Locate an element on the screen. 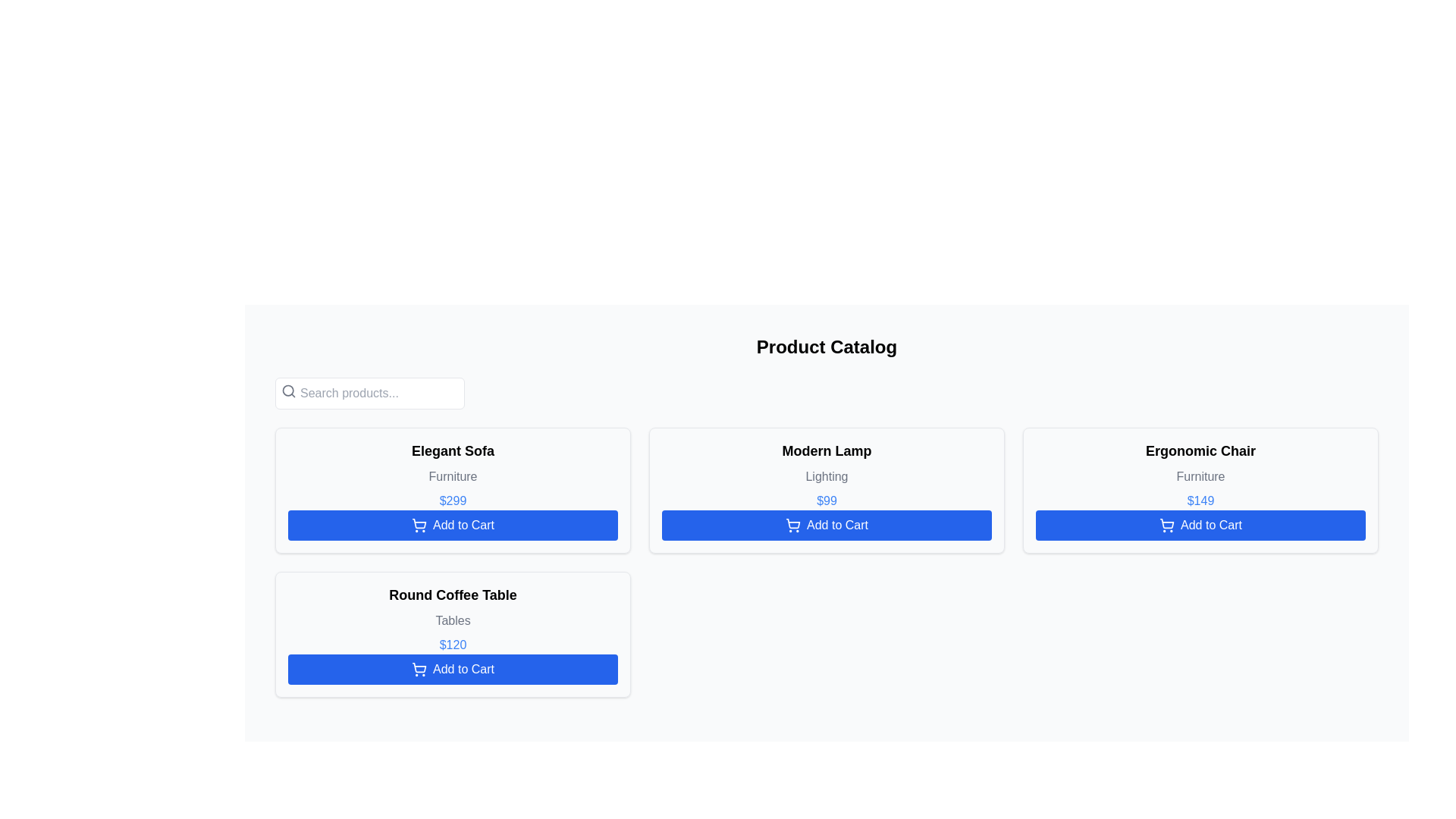 This screenshot has height=819, width=1456. the shopping cart icon, which is styled in an outline format and located to the left of the 'Add to Cart' text within the blue button of the 'Ergonomic Chair' product card is located at coordinates (1166, 522).